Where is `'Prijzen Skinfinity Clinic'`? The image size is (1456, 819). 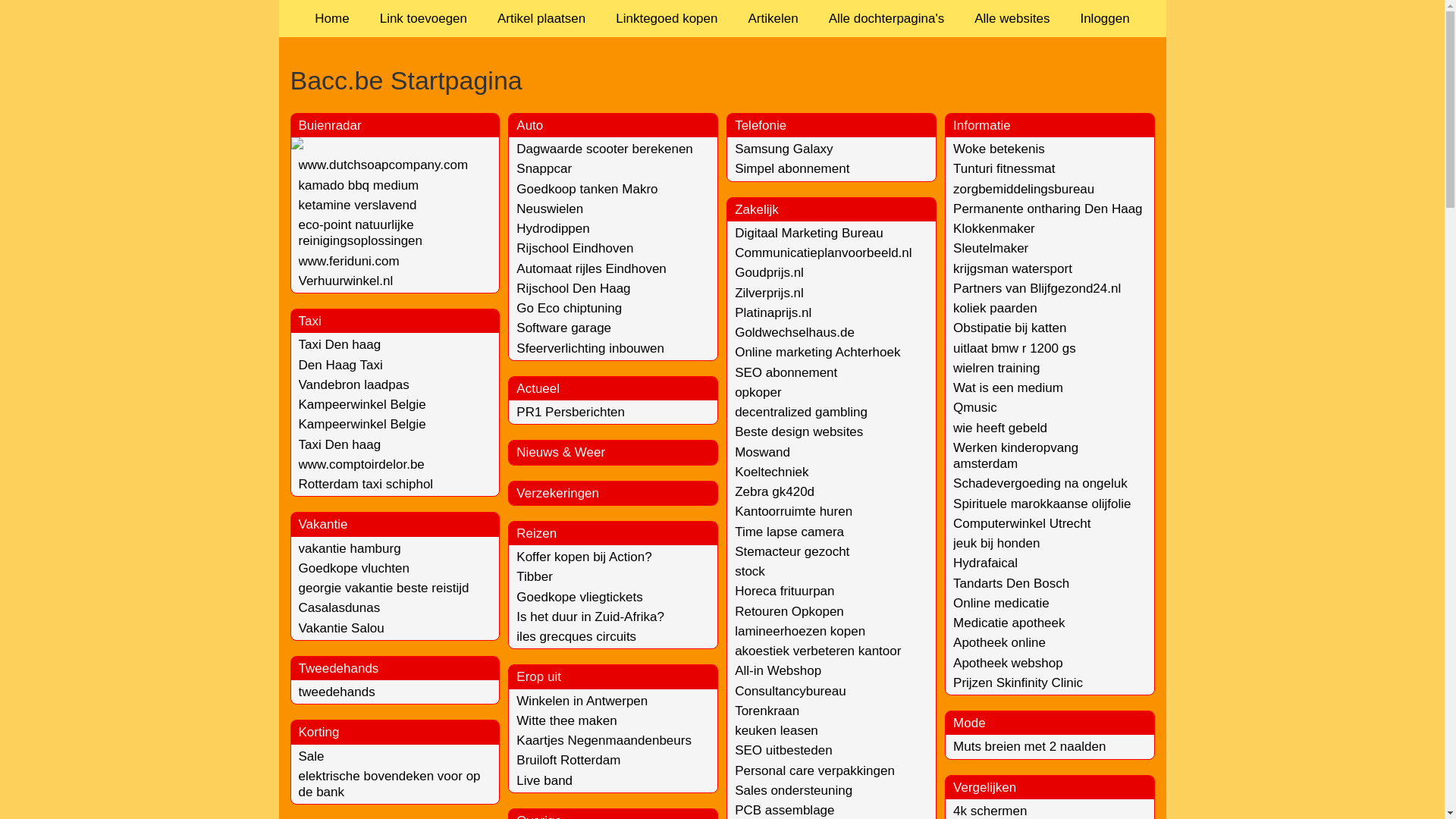
'Prijzen Skinfinity Clinic' is located at coordinates (1018, 682).